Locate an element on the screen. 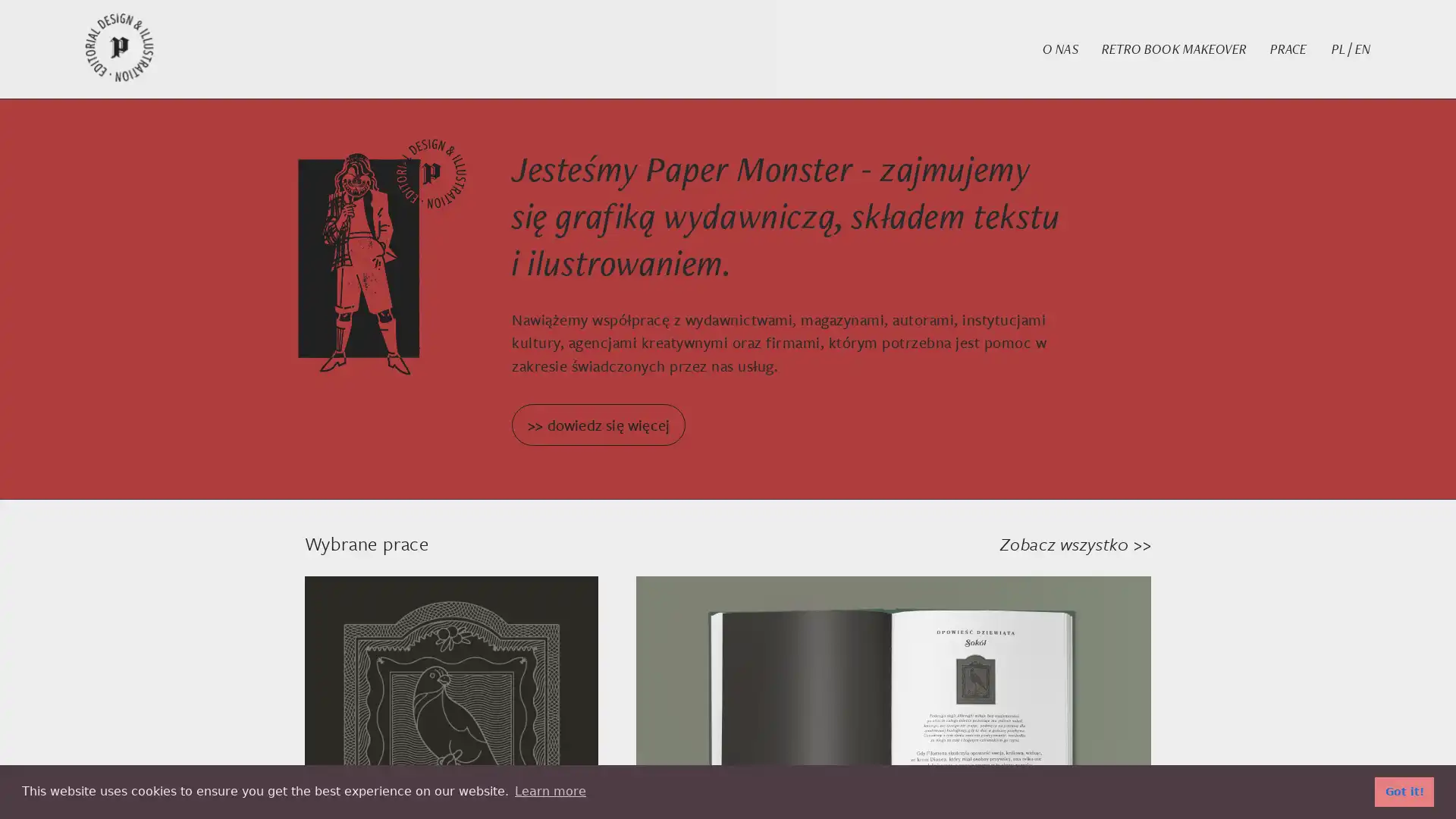 The width and height of the screenshot is (1456, 819). learn more about cookies is located at coordinates (549, 791).